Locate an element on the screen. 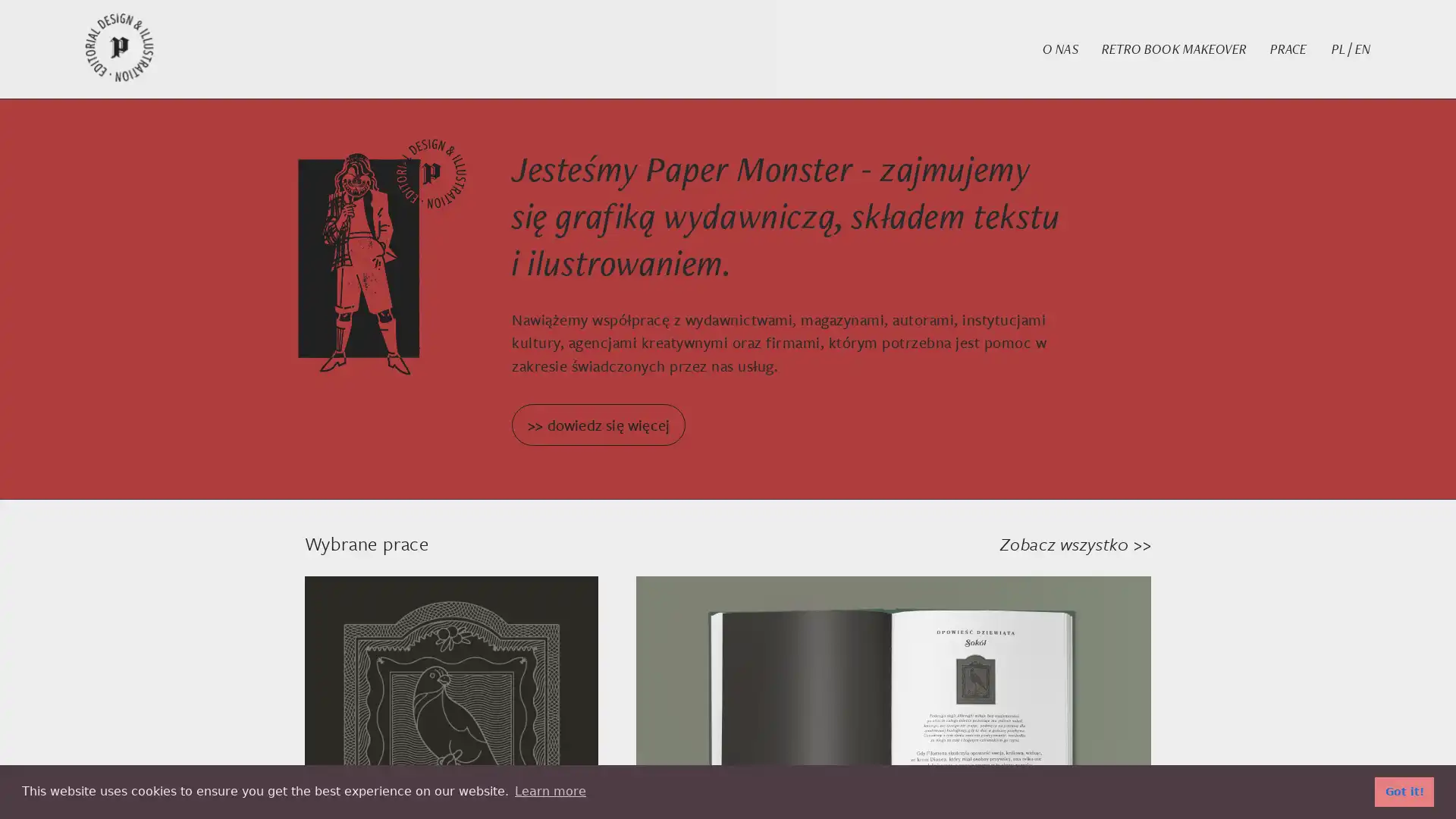 The width and height of the screenshot is (1456, 819). learn more about cookies is located at coordinates (549, 791).